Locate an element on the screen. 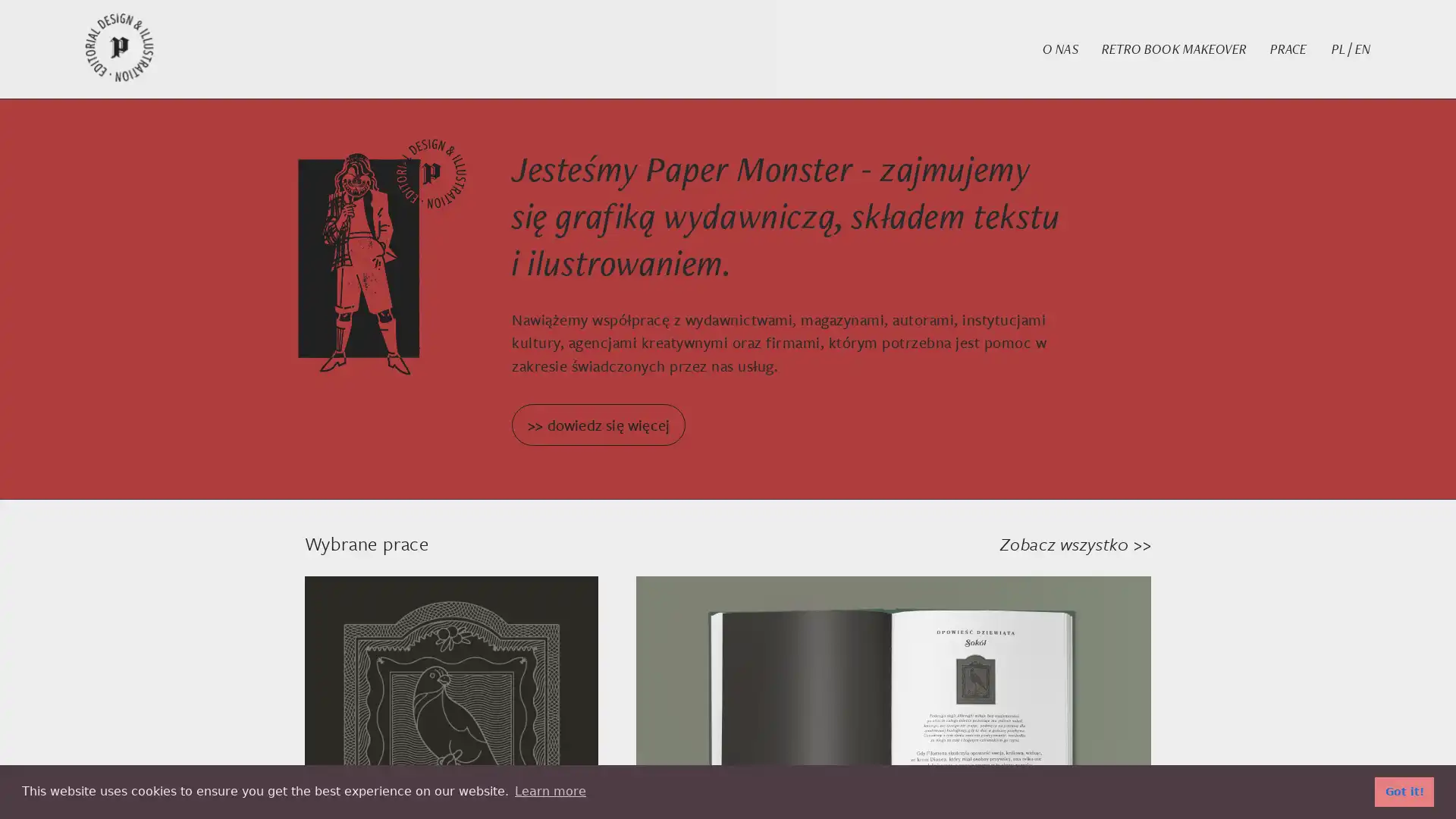 The width and height of the screenshot is (1456, 819). learn more about cookies is located at coordinates (549, 791).